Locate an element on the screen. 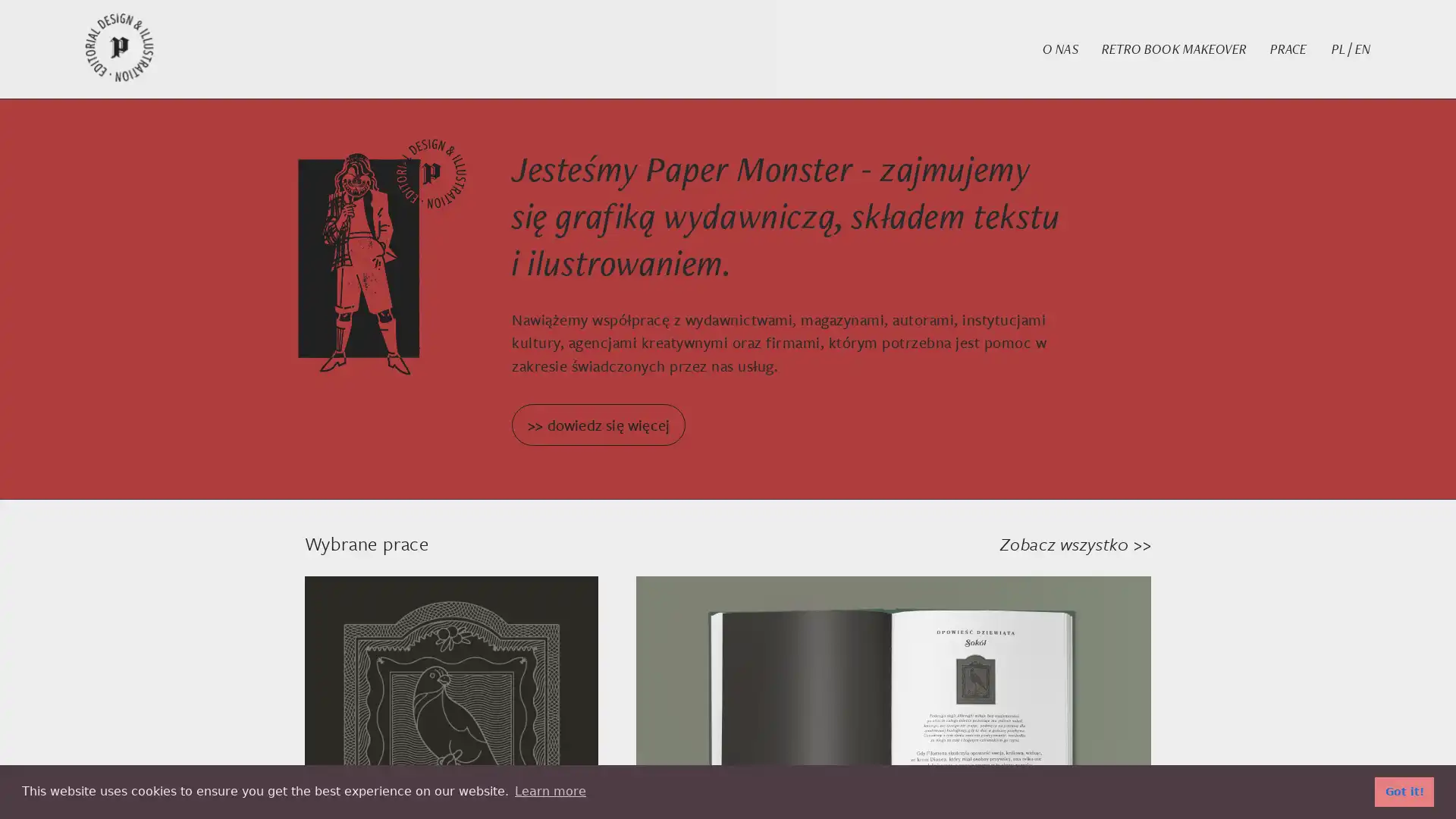 The width and height of the screenshot is (1456, 819). learn more about cookies is located at coordinates (549, 791).